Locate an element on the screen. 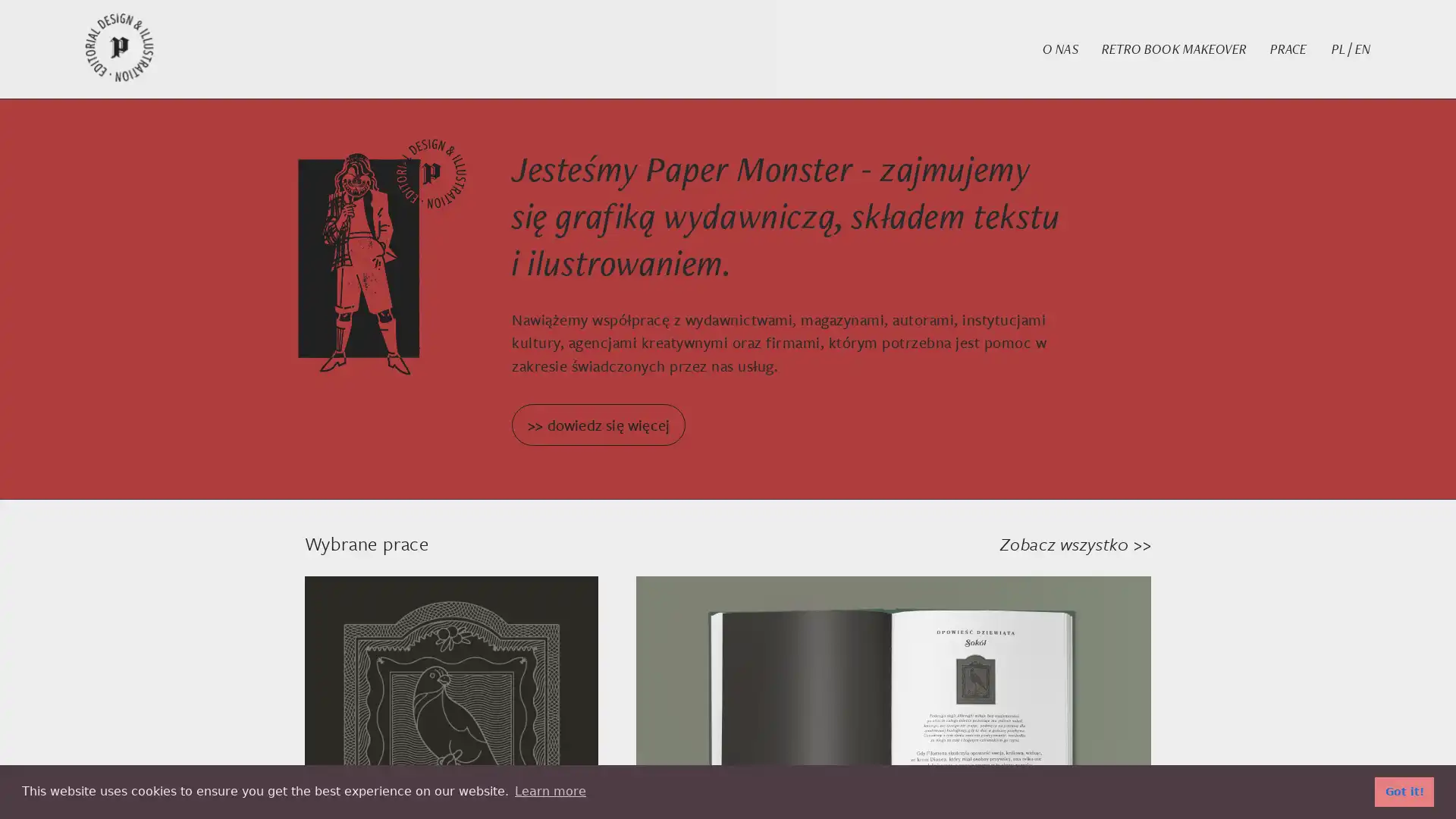 The width and height of the screenshot is (1456, 819). learn more about cookies is located at coordinates (549, 791).